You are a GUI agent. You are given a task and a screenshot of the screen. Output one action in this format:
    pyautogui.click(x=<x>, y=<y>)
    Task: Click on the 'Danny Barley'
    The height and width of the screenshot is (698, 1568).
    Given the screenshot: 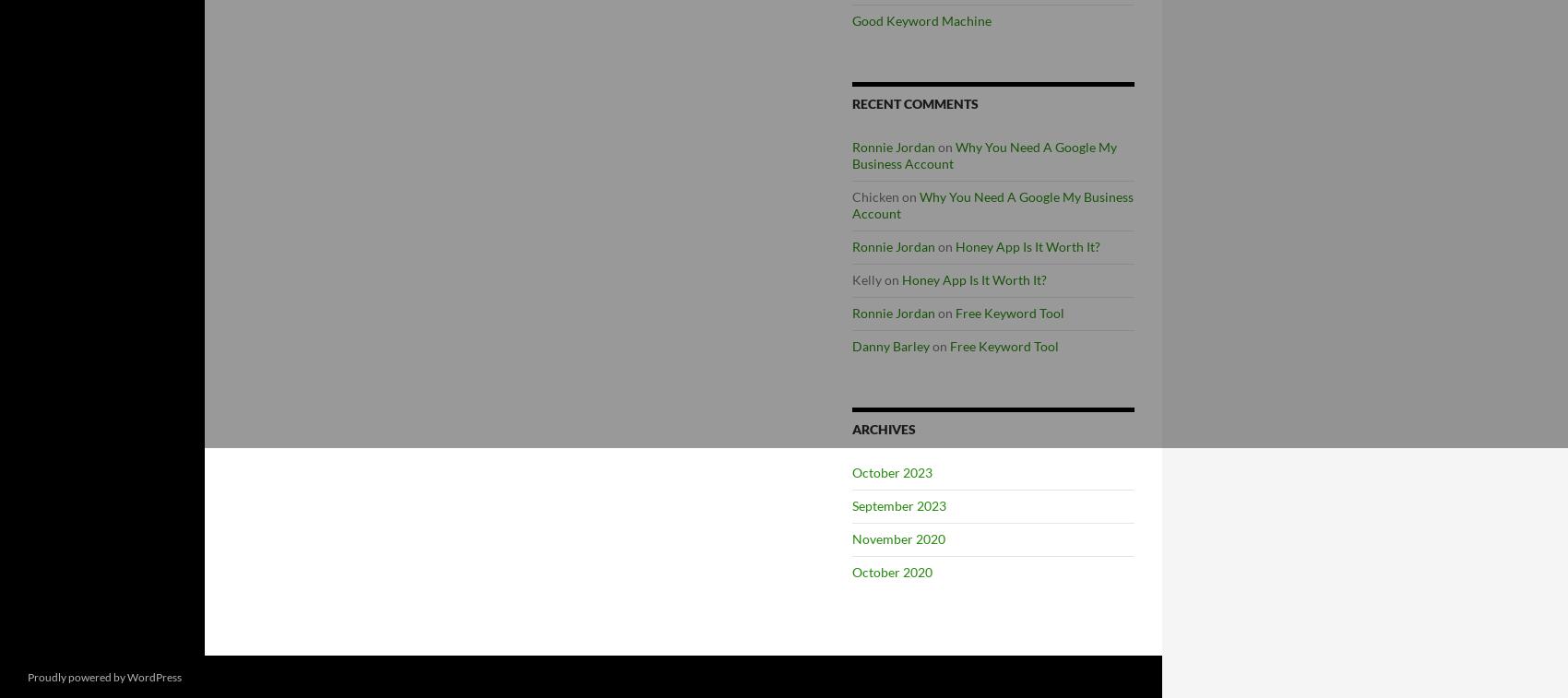 What is the action you would take?
    pyautogui.click(x=889, y=345)
    